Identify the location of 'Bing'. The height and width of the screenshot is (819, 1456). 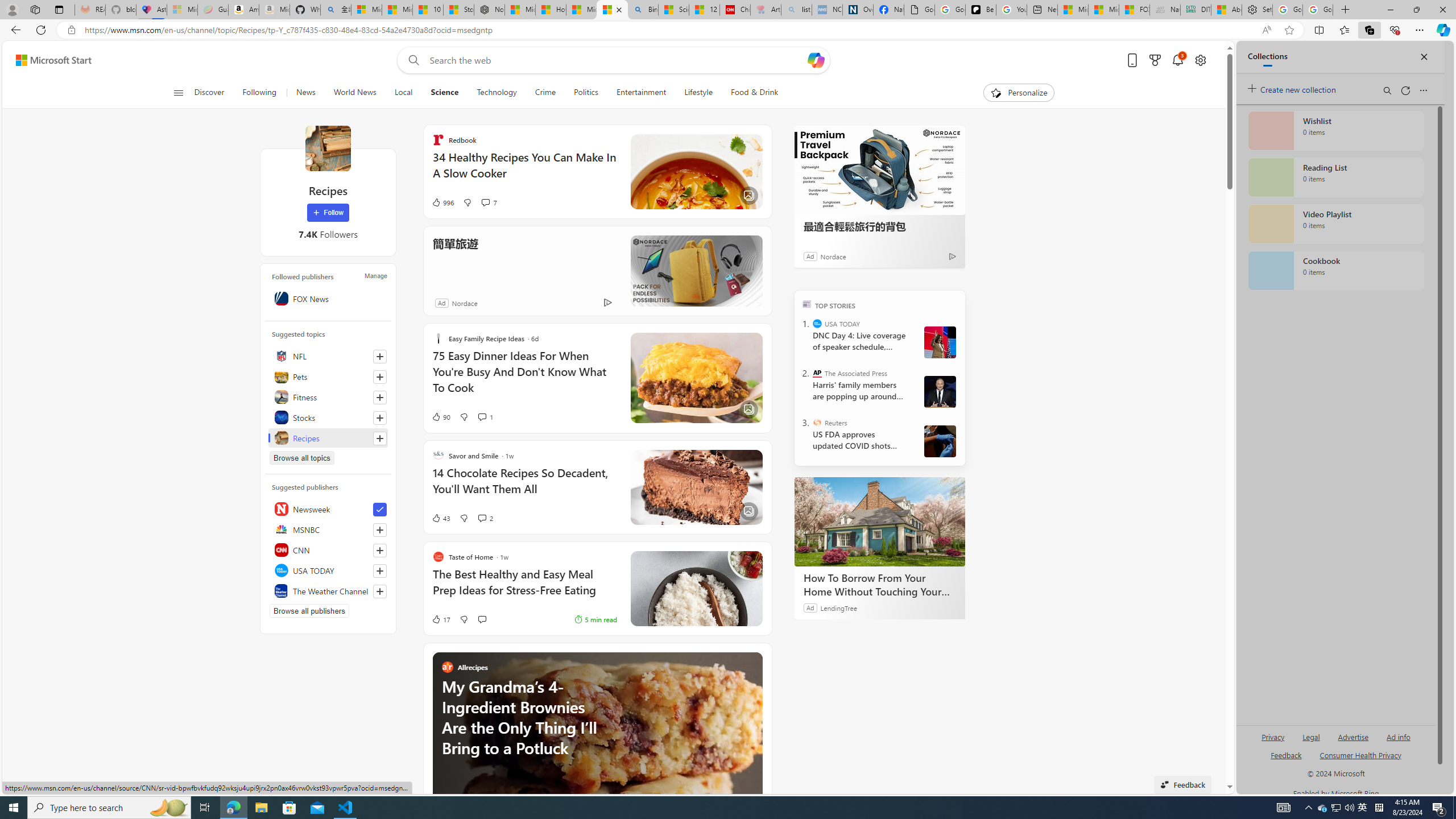
(642, 9).